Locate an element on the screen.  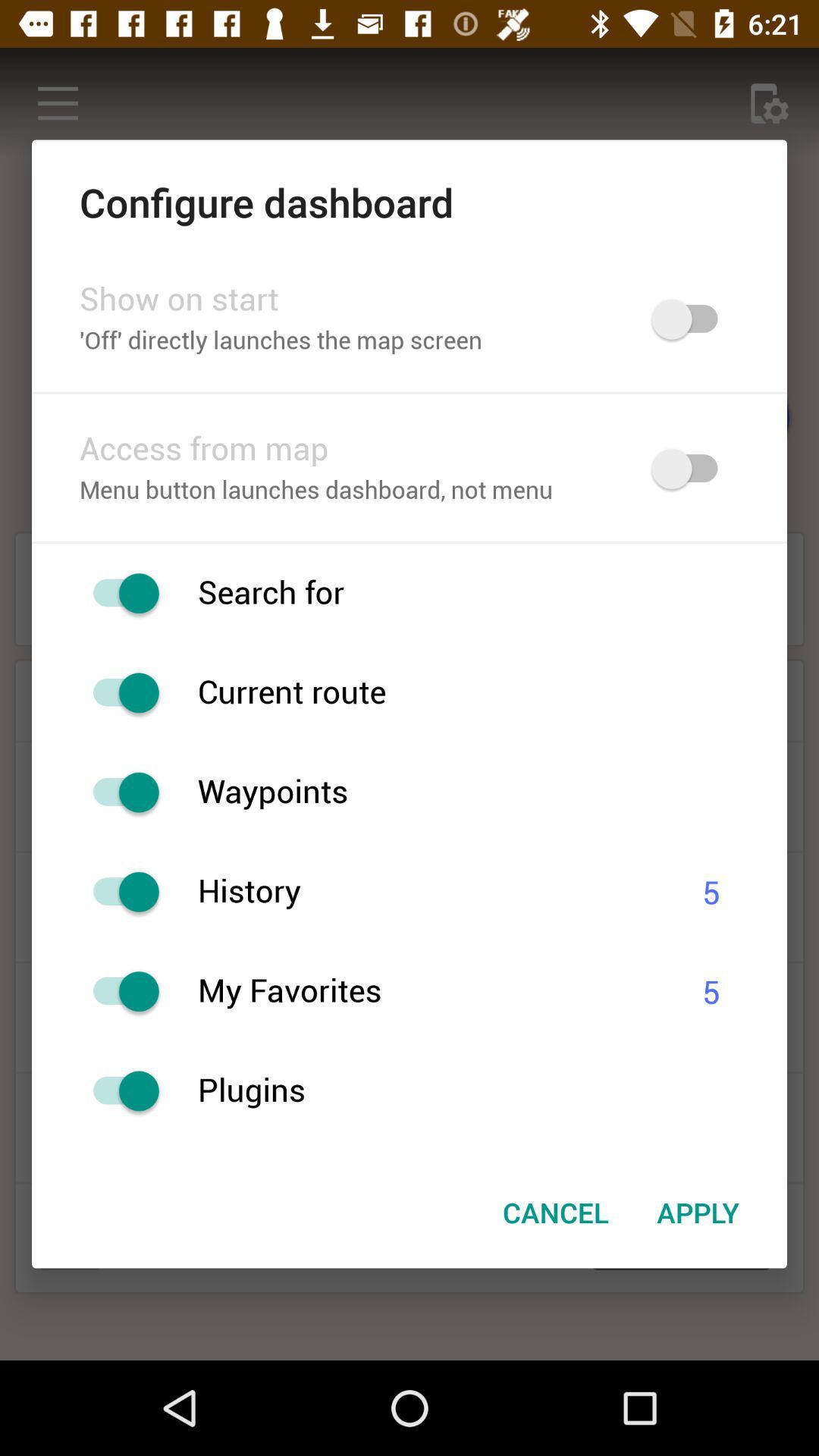
current route is located at coordinates (118, 692).